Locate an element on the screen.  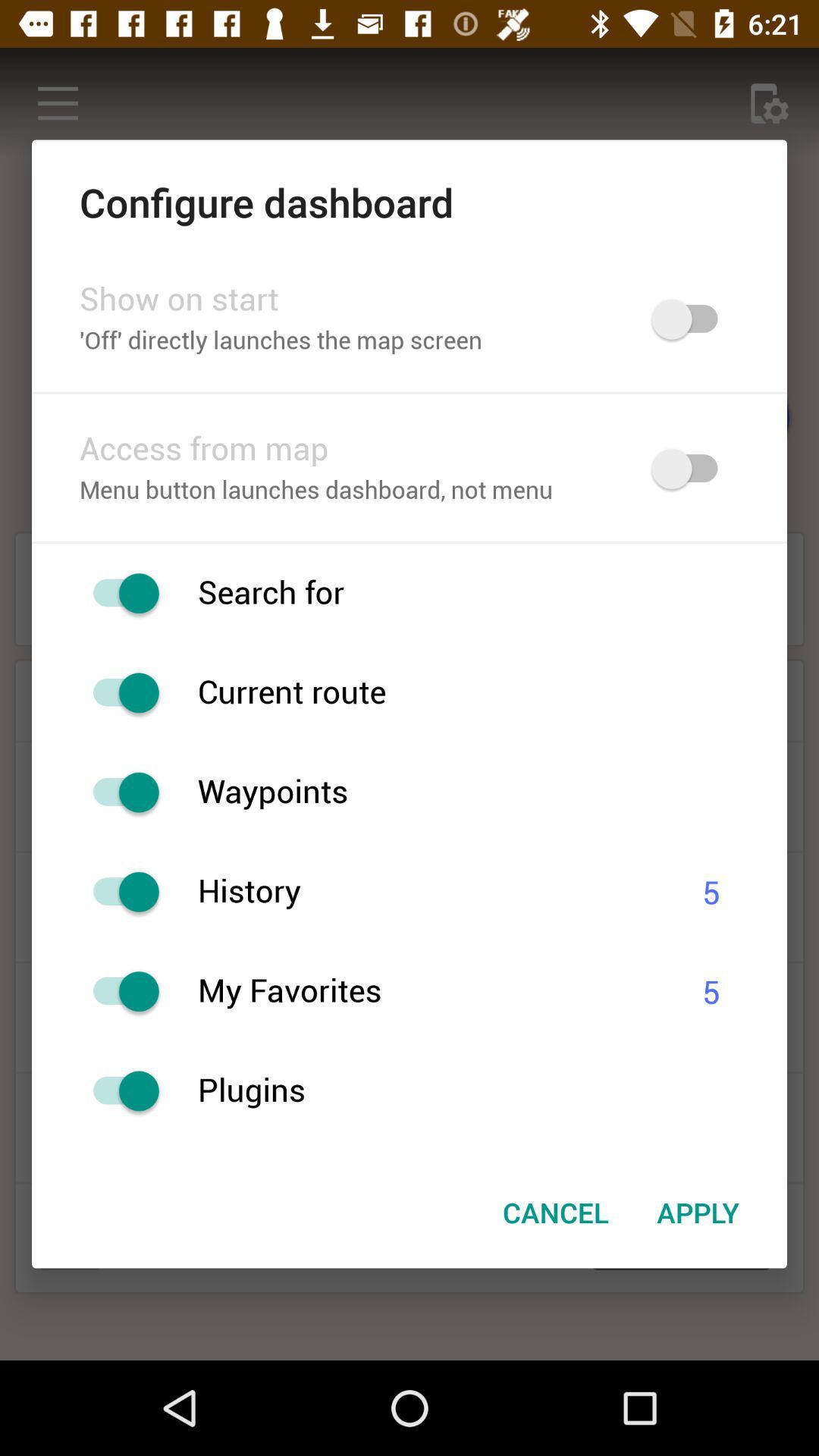
current route is located at coordinates (118, 692).